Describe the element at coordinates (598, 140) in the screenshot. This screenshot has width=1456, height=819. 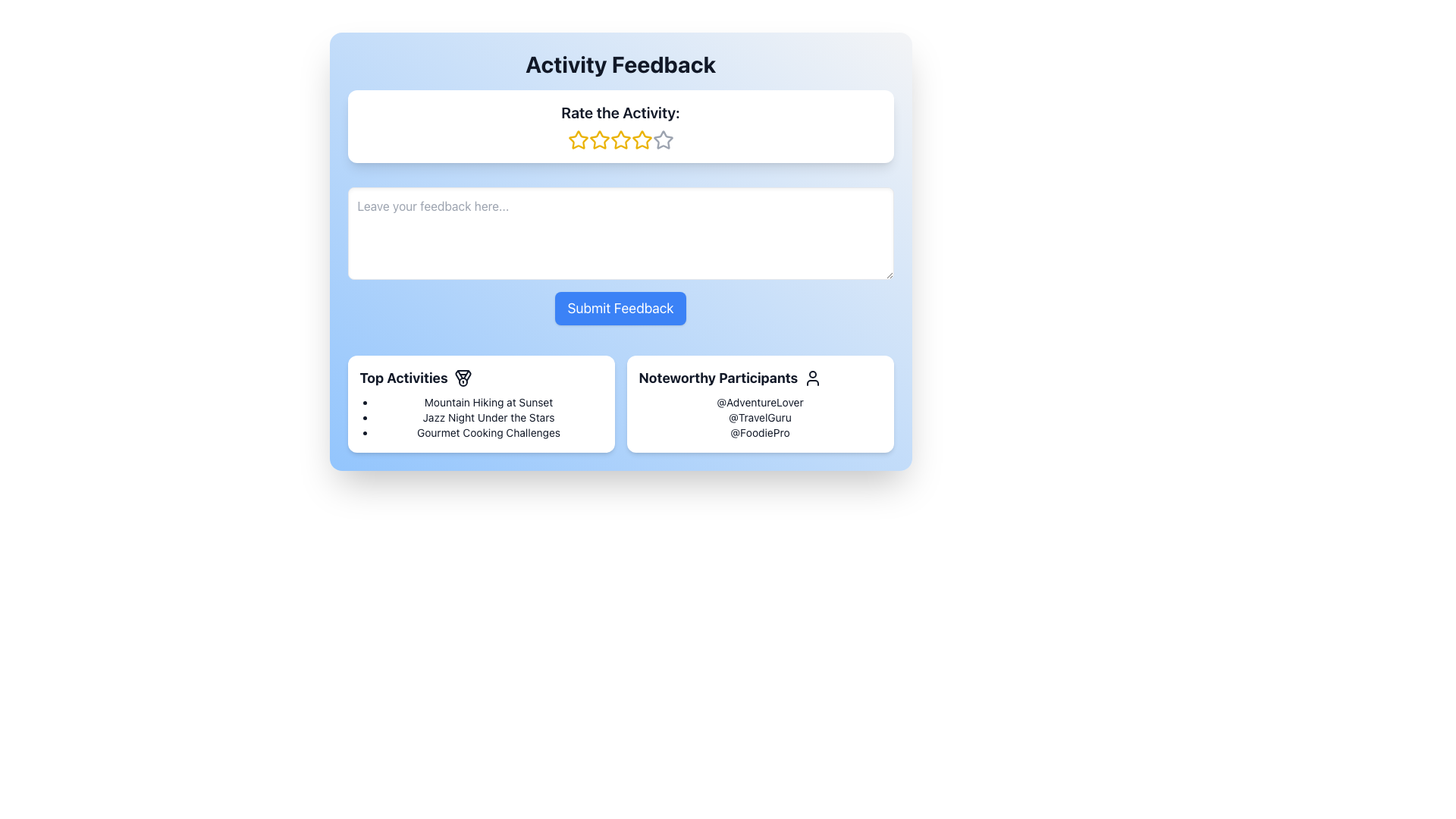
I see `the third star in the horizontal row of five stars to provide a 3-star rating for the associated activity in the 'Rate the Activity' section` at that location.